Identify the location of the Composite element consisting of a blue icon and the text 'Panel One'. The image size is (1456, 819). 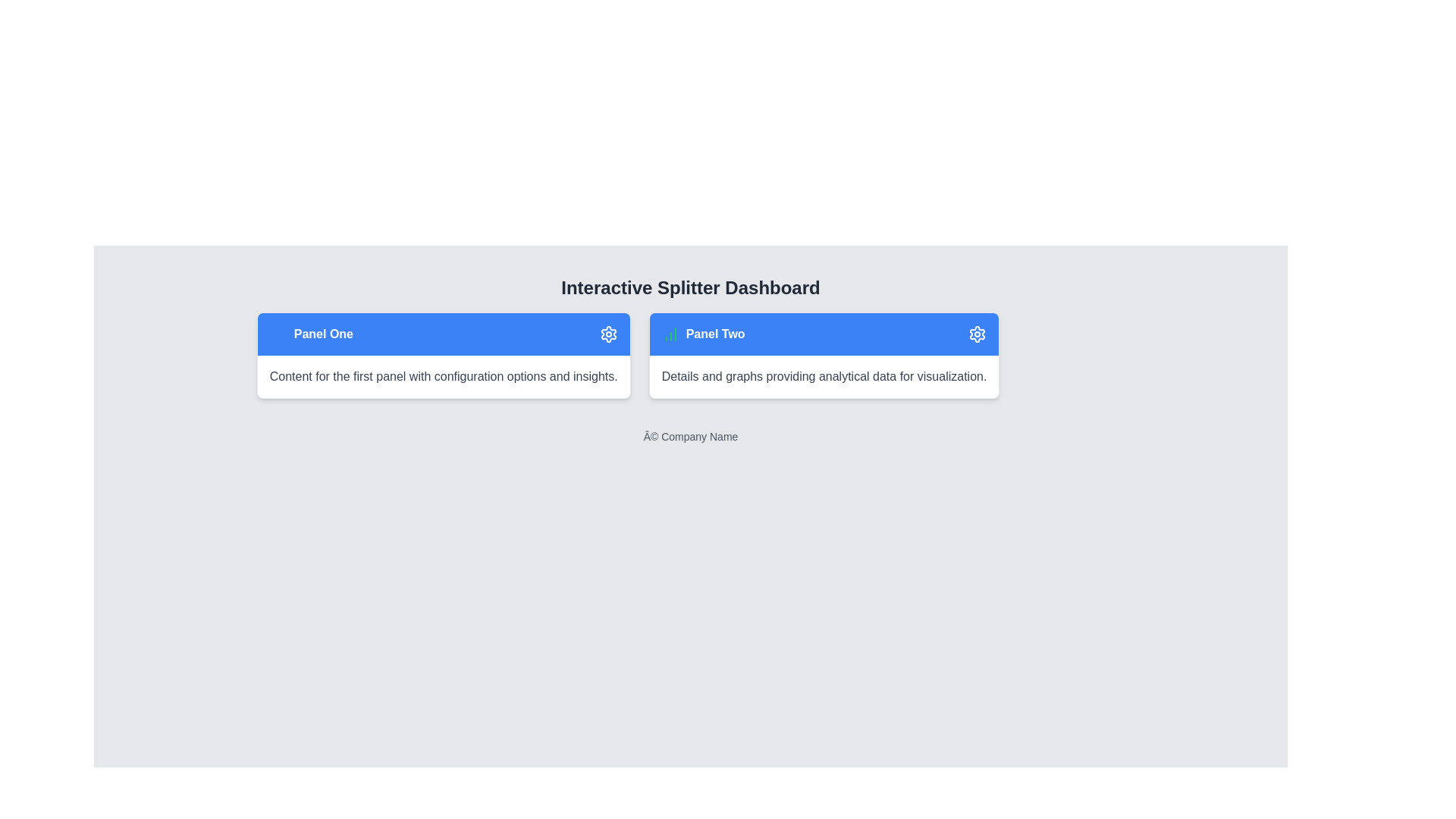
(310, 333).